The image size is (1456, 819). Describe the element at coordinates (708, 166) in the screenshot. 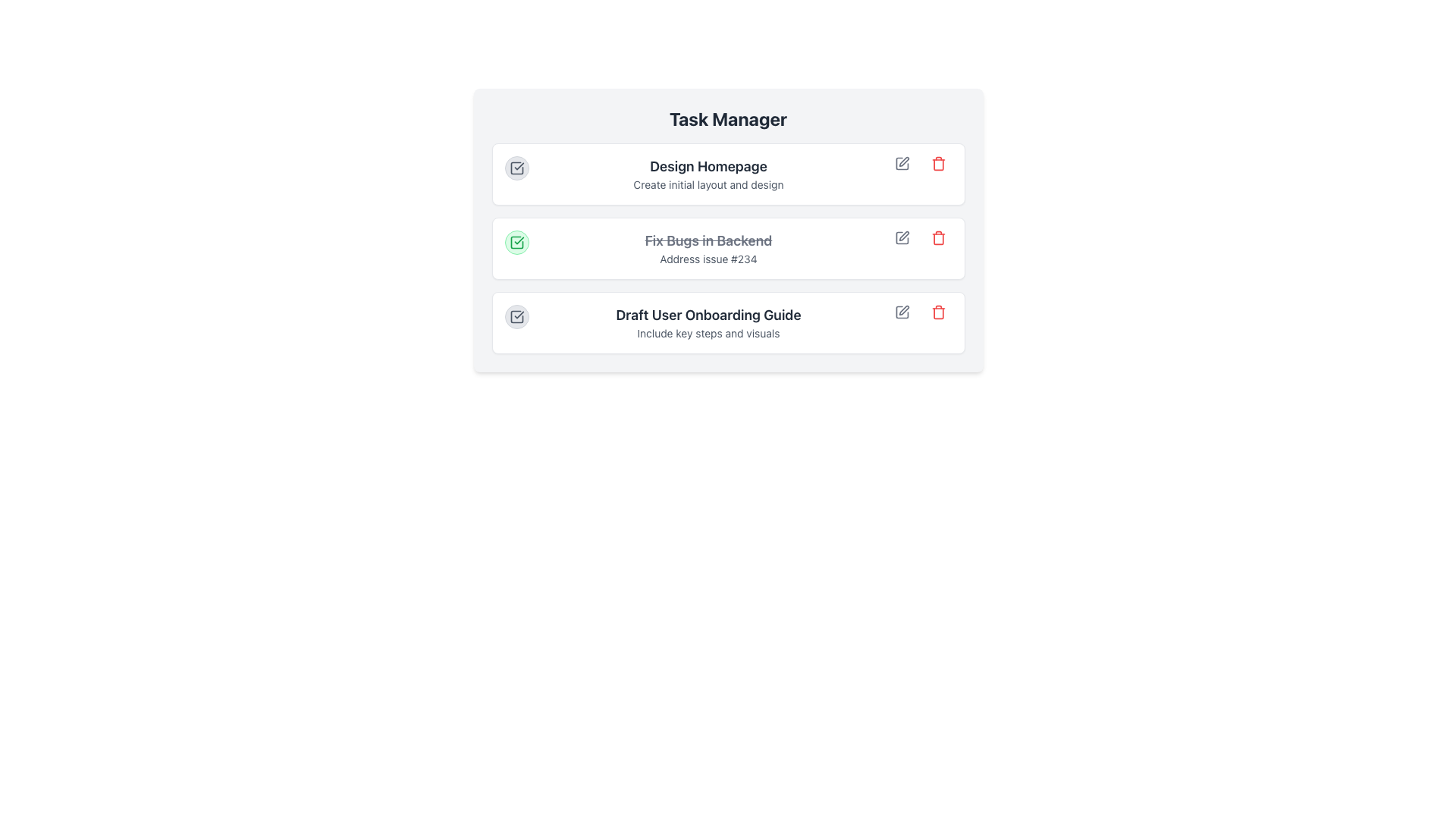

I see `the bolded text 'Design Homepage' in the first task box of the task manager interface, which is styled in large, semi-bold, dark-gray font` at that location.